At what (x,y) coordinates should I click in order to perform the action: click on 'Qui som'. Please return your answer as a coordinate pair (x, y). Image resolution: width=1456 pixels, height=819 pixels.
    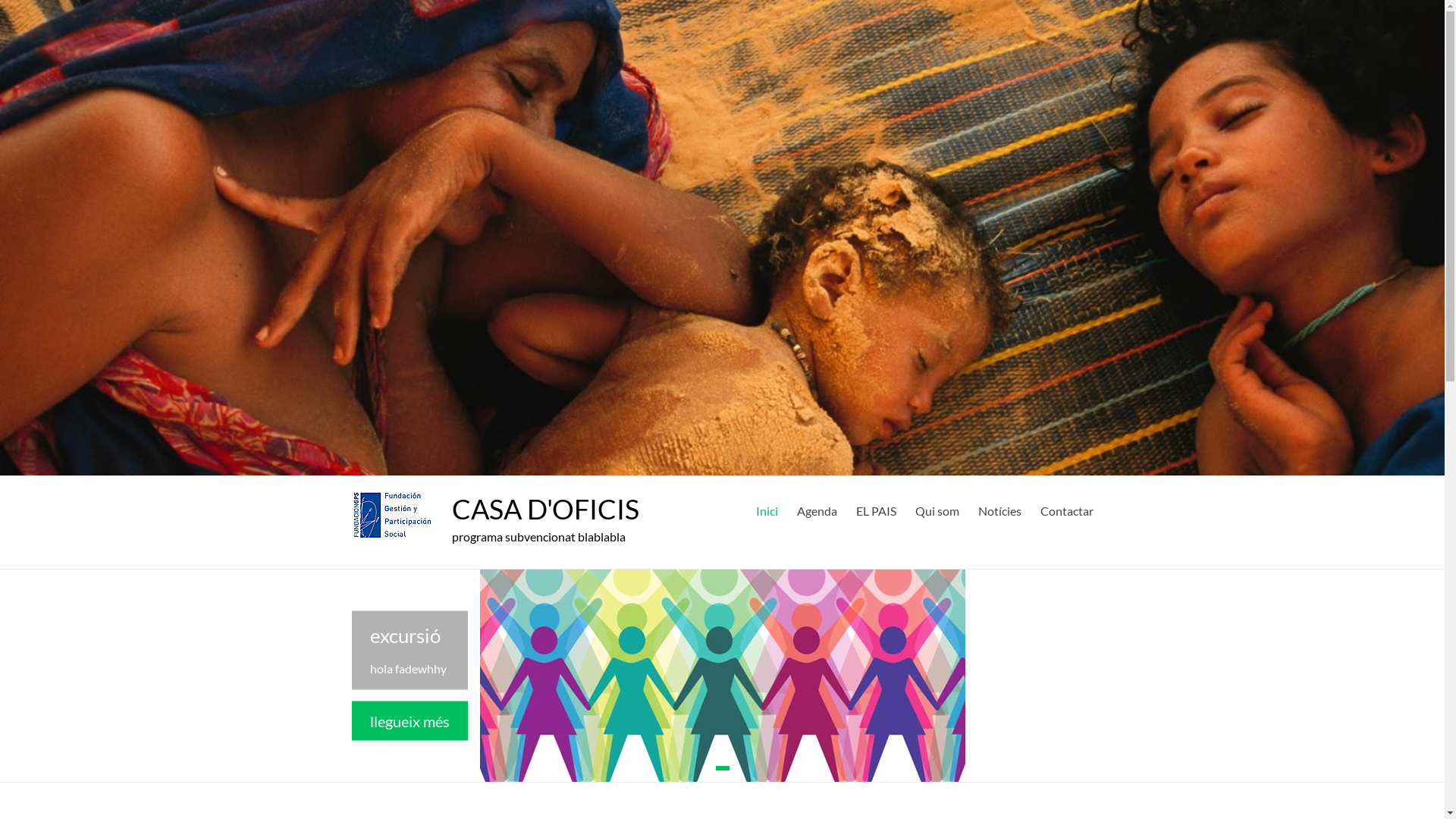
    Looking at the image, I should click on (935, 509).